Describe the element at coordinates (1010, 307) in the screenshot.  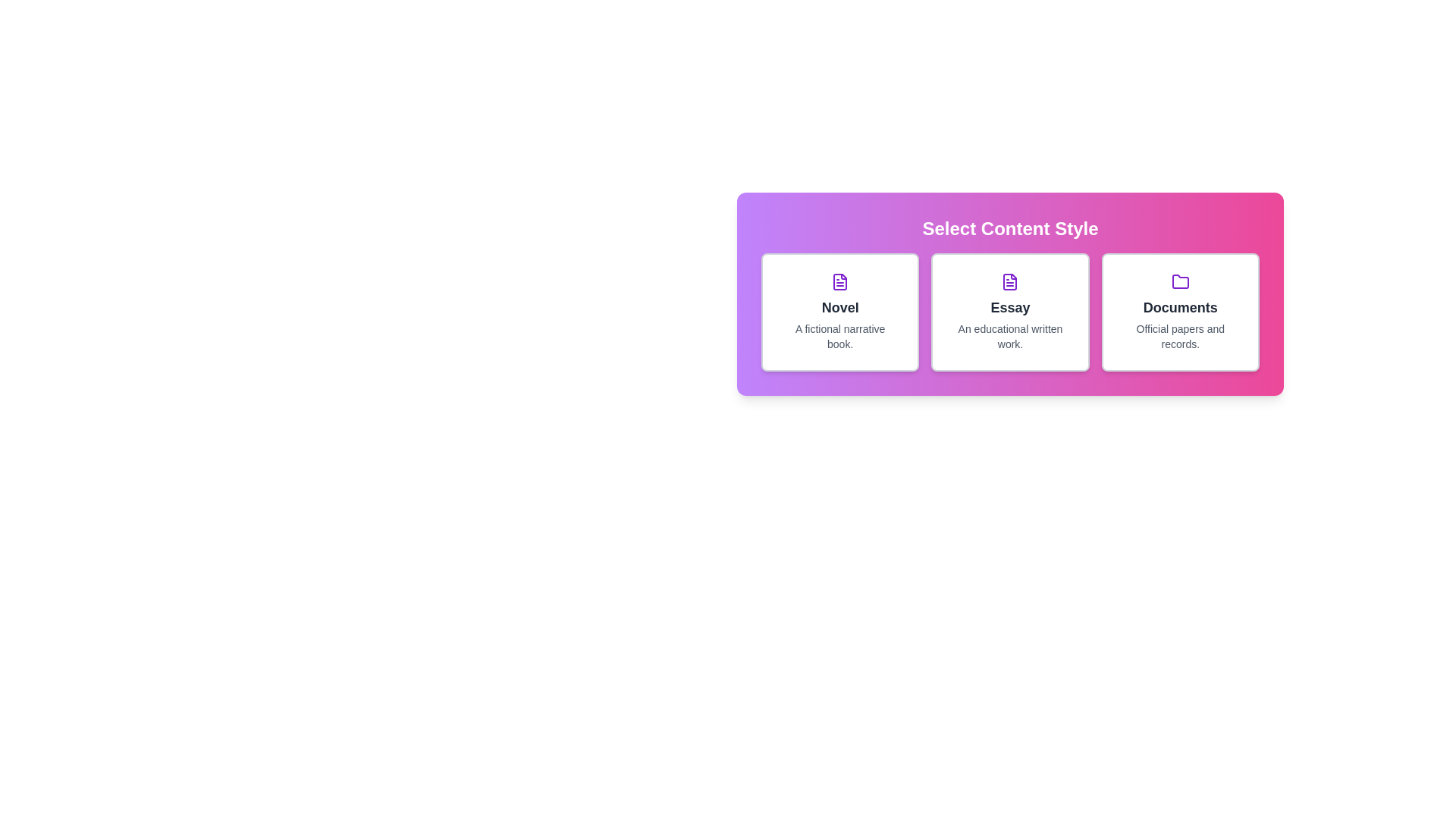
I see `text label displaying 'Essay' in bold style, centrally positioned within the second card of options` at that location.